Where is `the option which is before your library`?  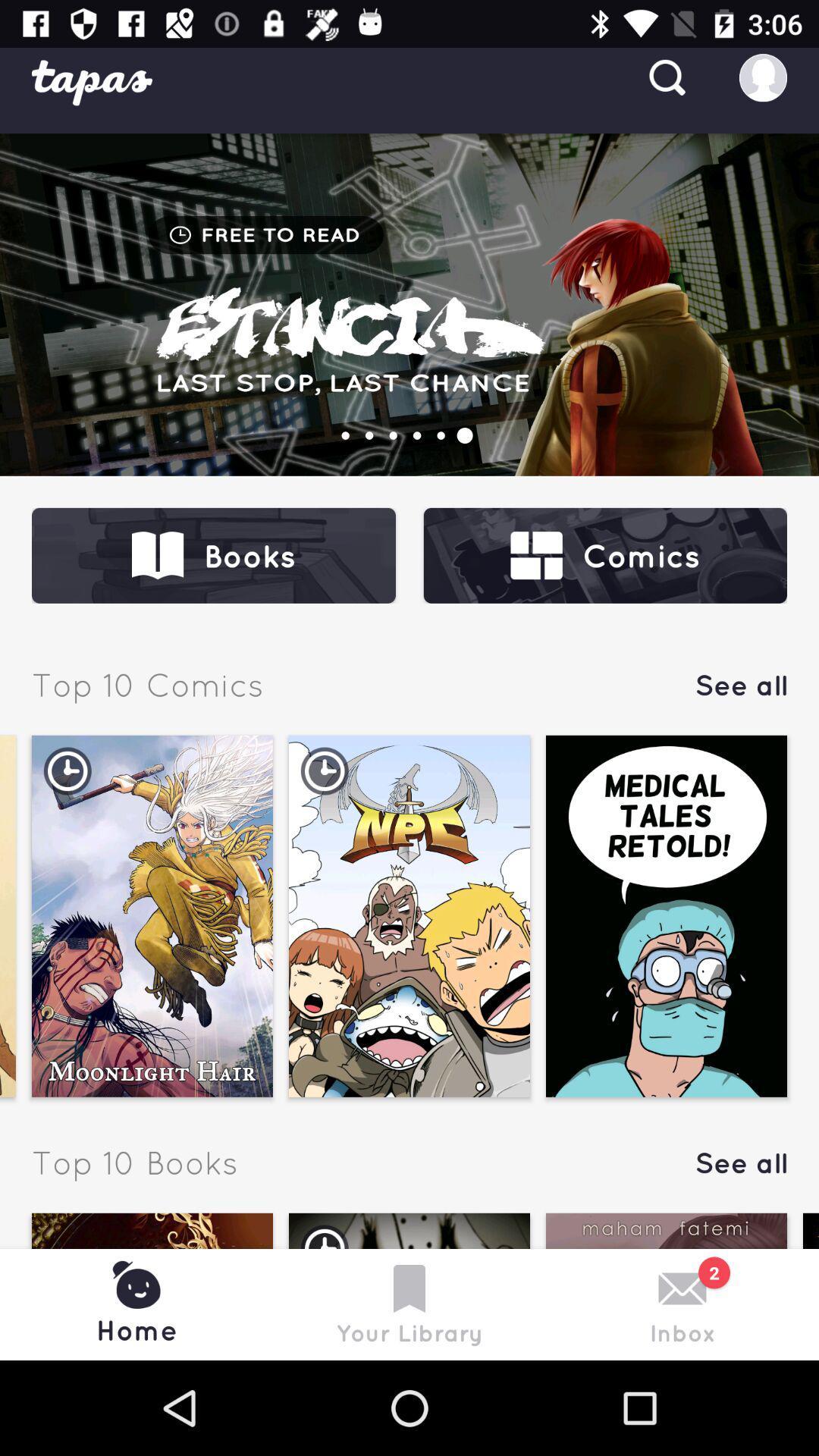 the option which is before your library is located at coordinates (152, 1286).